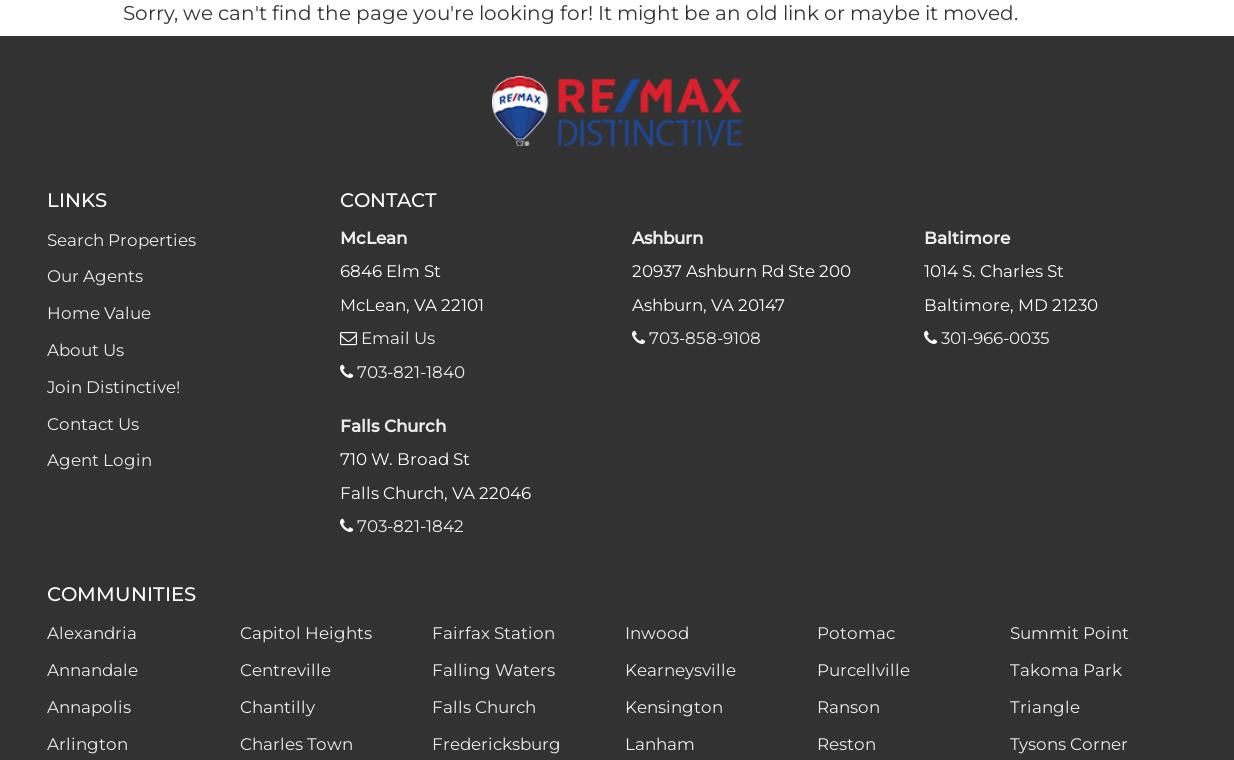  Describe the element at coordinates (993, 270) in the screenshot. I see `'1014 S. Charles St'` at that location.